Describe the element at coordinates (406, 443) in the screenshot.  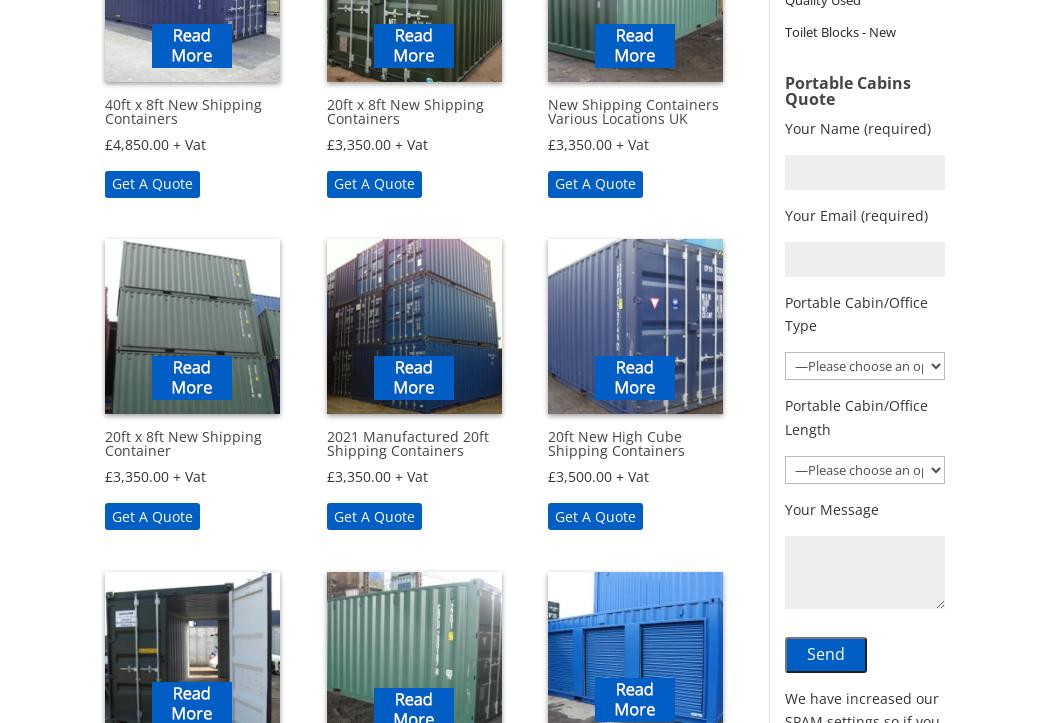
I see `'2021 Manufactured 20ft Shipping Containers'` at that location.